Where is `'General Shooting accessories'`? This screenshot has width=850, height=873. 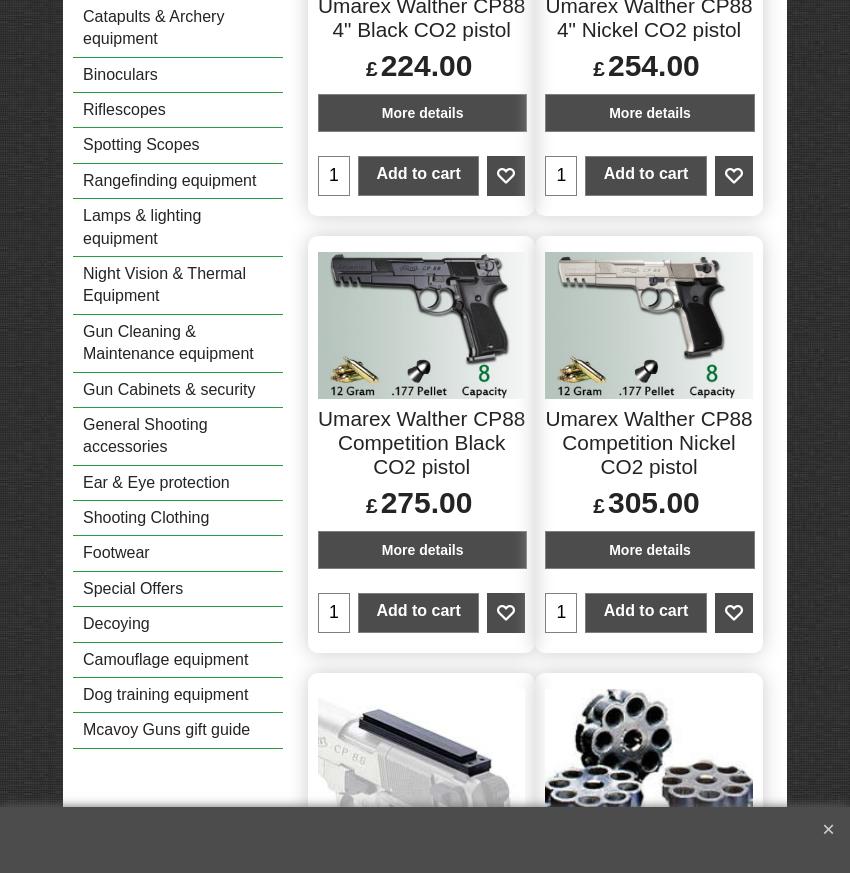
'General Shooting accessories' is located at coordinates (145, 434).